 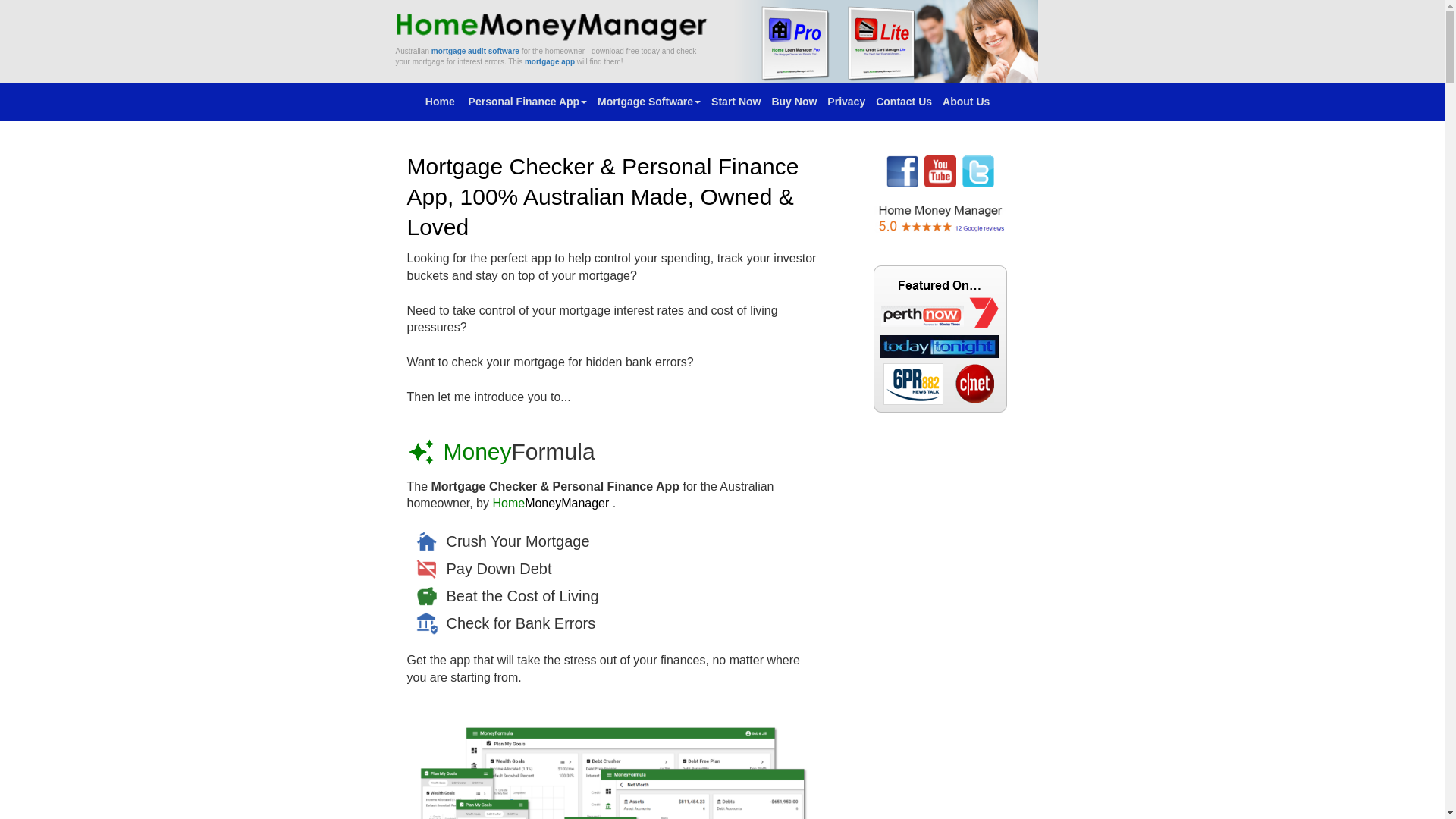 I want to click on 'HomeMoneyManager - Facebook Page', so click(x=902, y=171).